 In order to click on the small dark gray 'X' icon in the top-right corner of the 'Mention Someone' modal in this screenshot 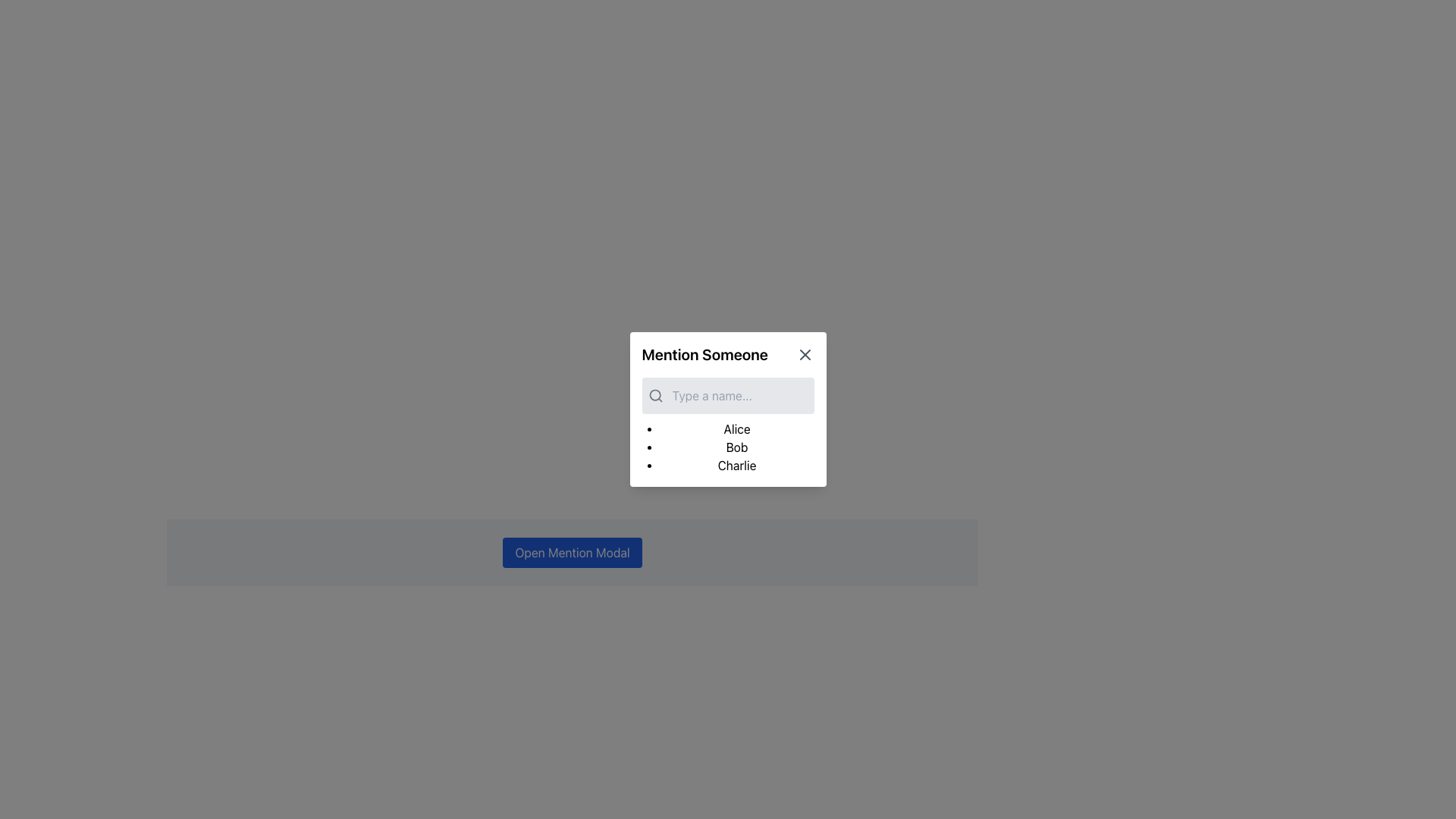, I will do `click(804, 354)`.